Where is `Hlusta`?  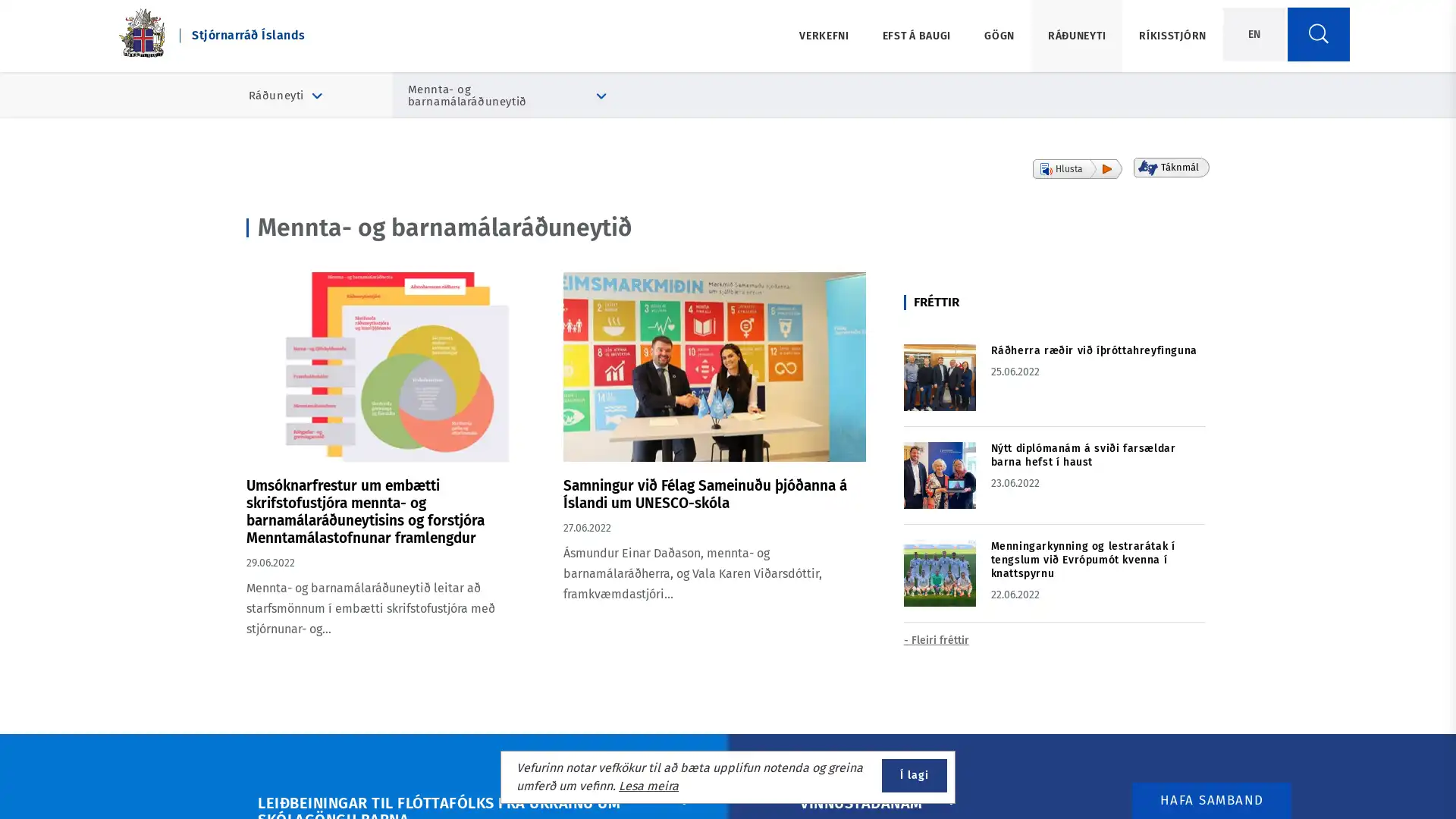
Hlusta is located at coordinates (1076, 169).